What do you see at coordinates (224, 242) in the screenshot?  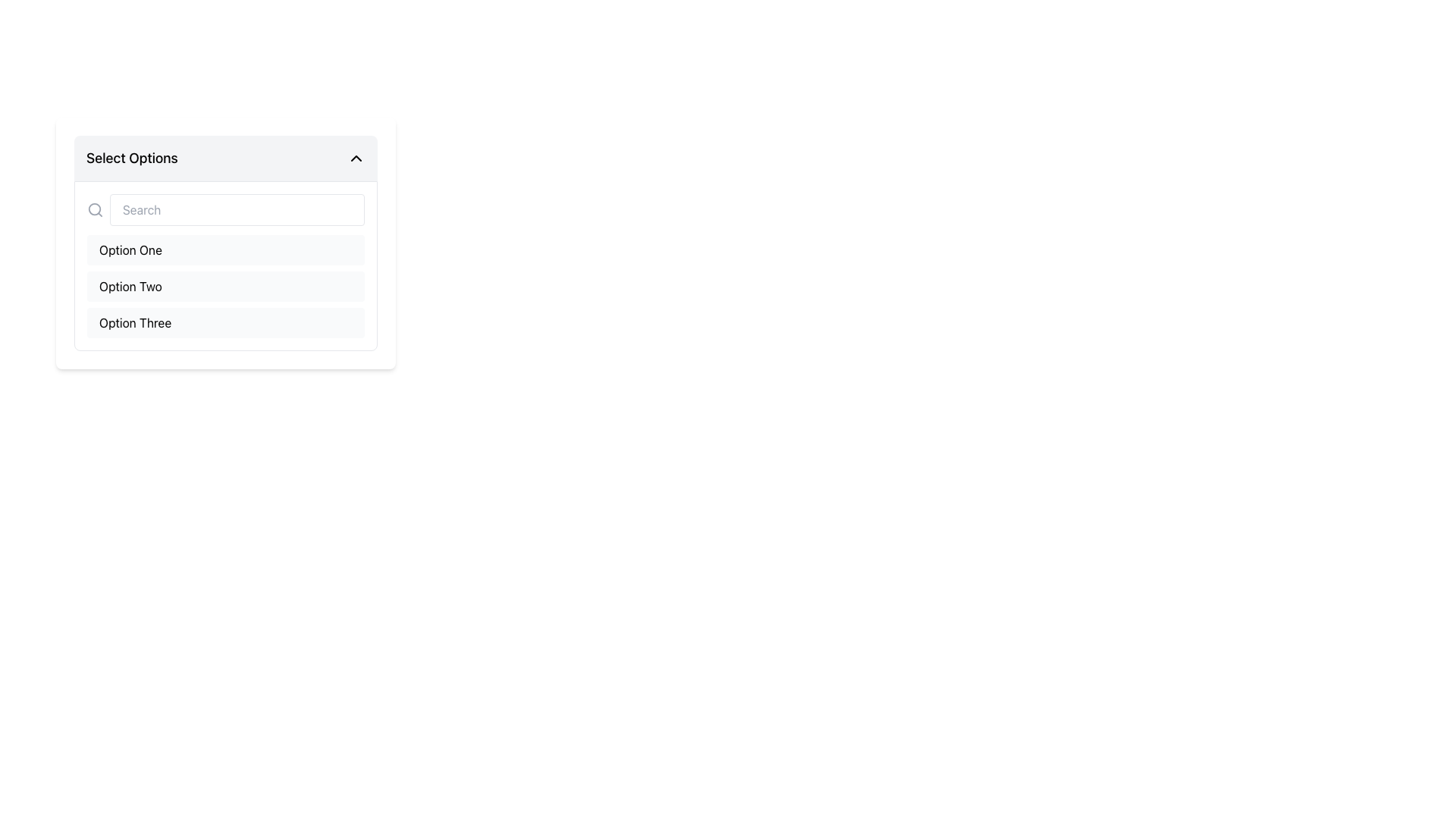 I see `the option in the dropdown menu located beneath the title 'Select Options'` at bounding box center [224, 242].